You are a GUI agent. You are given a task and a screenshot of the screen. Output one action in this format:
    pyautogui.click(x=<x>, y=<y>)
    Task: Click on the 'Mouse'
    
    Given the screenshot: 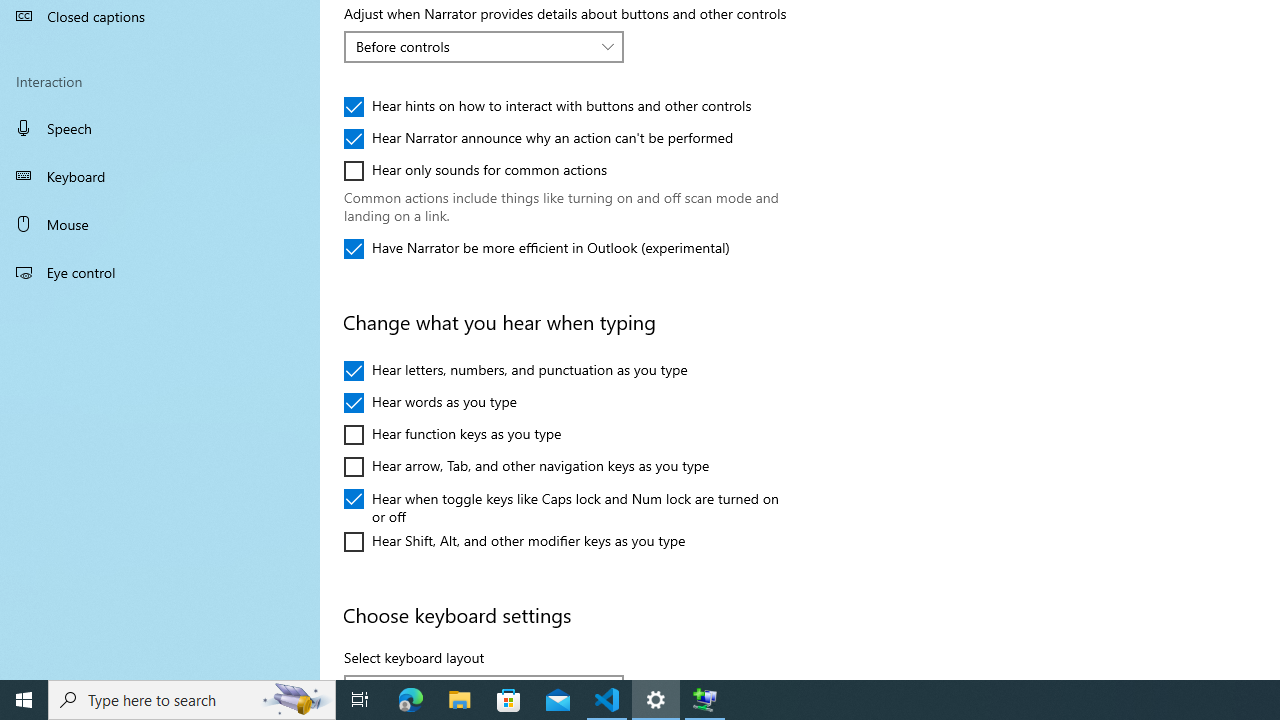 What is the action you would take?
    pyautogui.click(x=160, y=223)
    